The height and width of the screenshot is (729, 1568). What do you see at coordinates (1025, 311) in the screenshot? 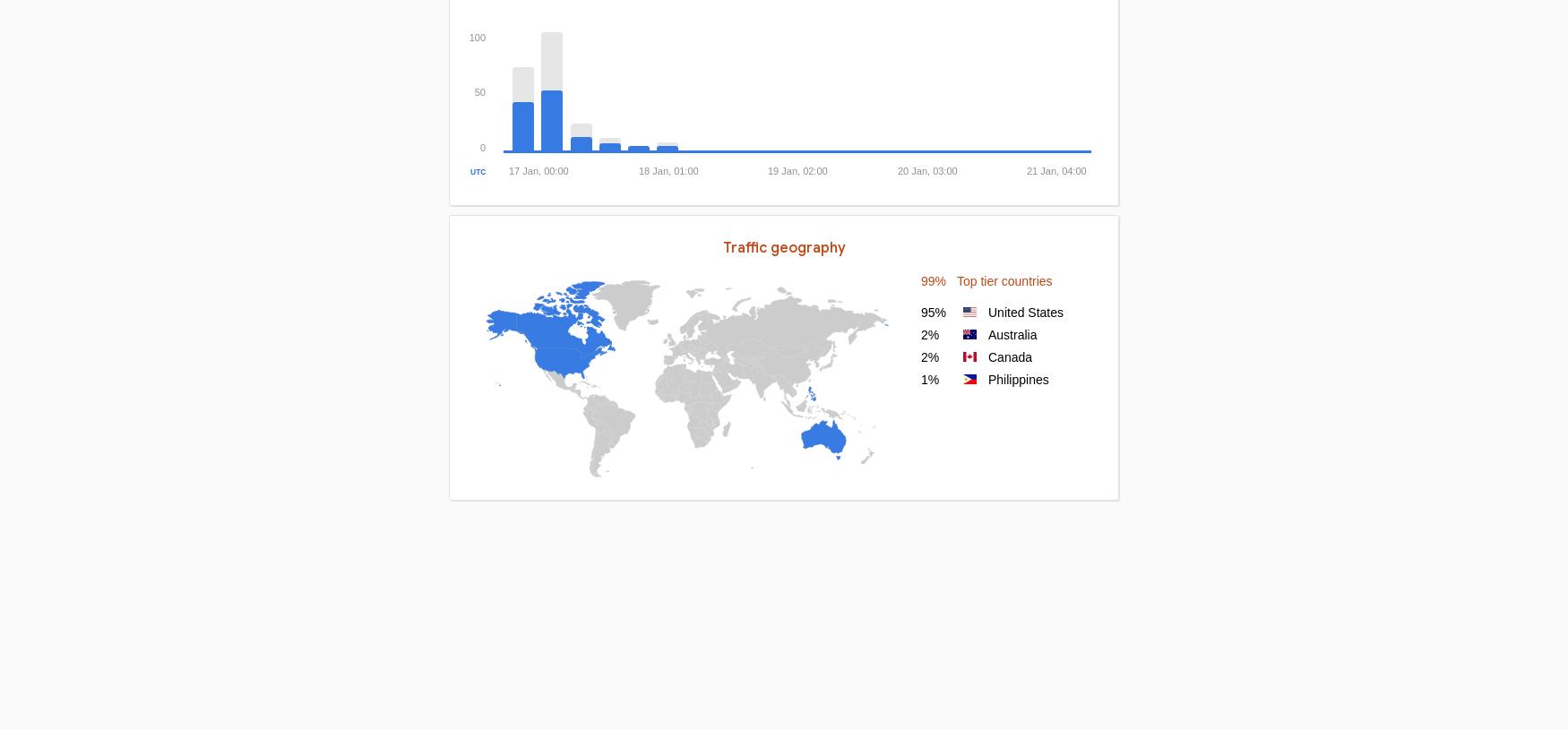
I see `'United States'` at bounding box center [1025, 311].